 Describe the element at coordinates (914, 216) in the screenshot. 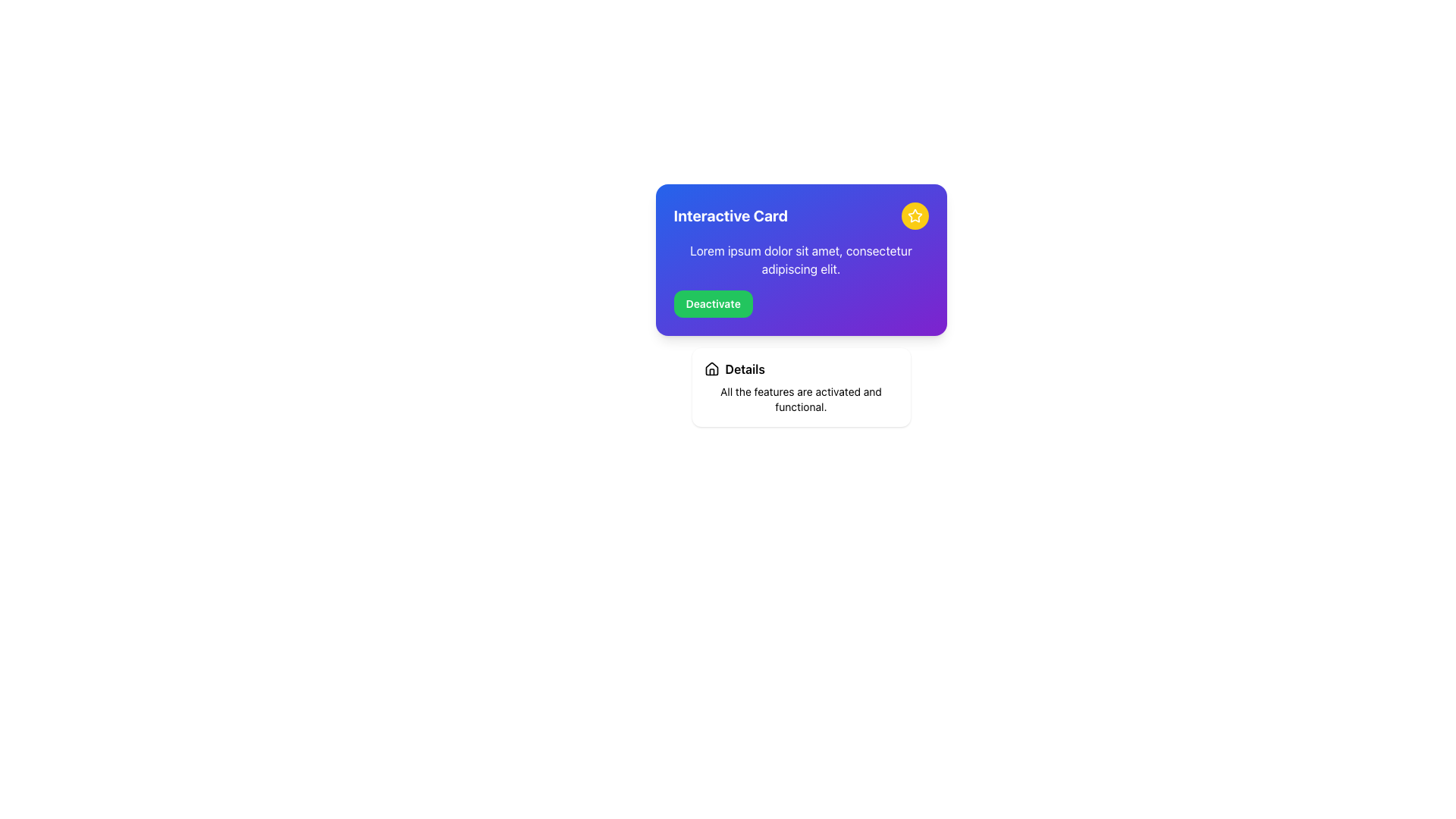

I see `the icon located in the top-right corner of the purple 'Interactive Card', which is inside a circular yellow background` at that location.